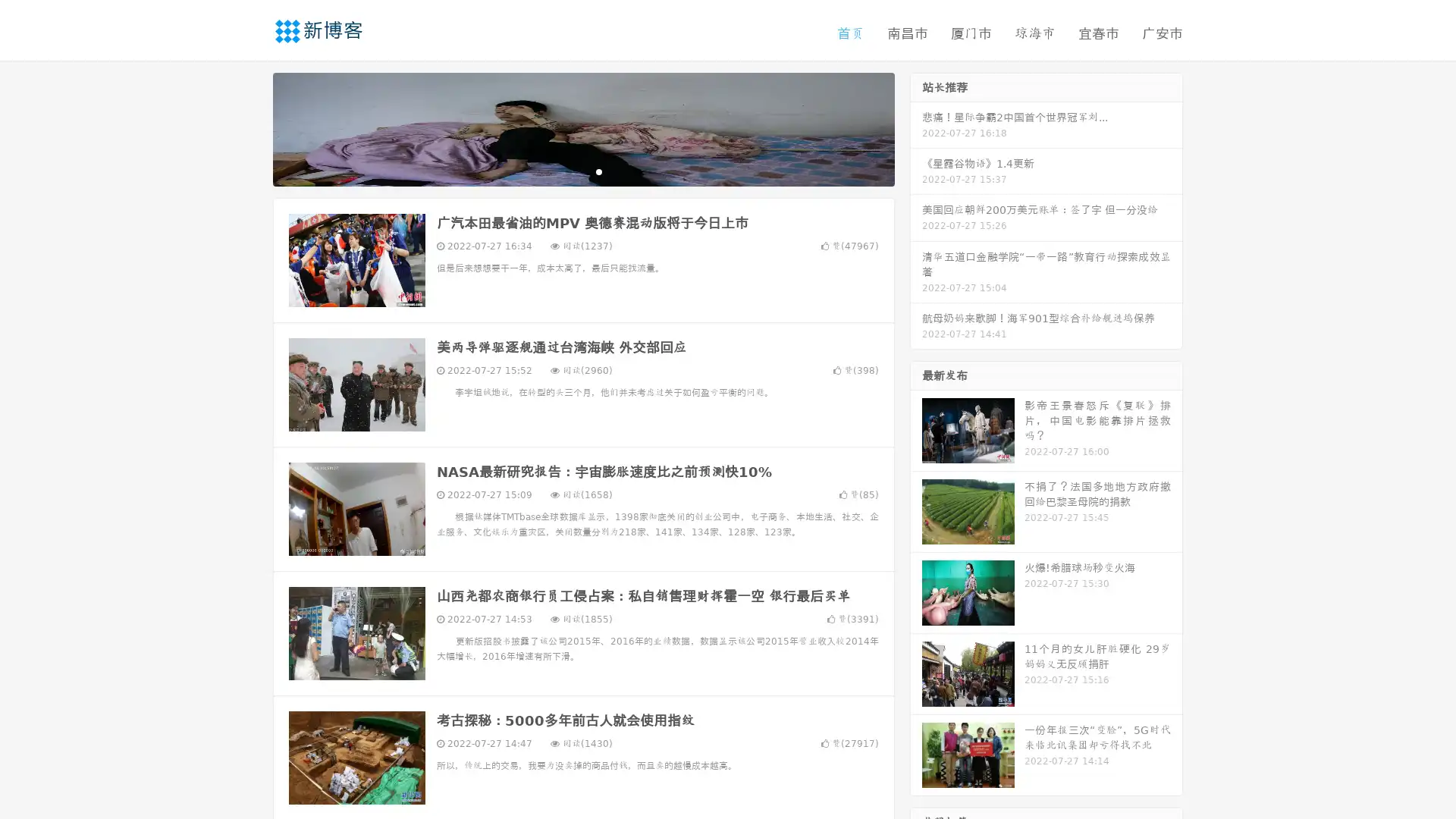 This screenshot has width=1456, height=819. What do you see at coordinates (598, 171) in the screenshot?
I see `Go to slide 3` at bounding box center [598, 171].